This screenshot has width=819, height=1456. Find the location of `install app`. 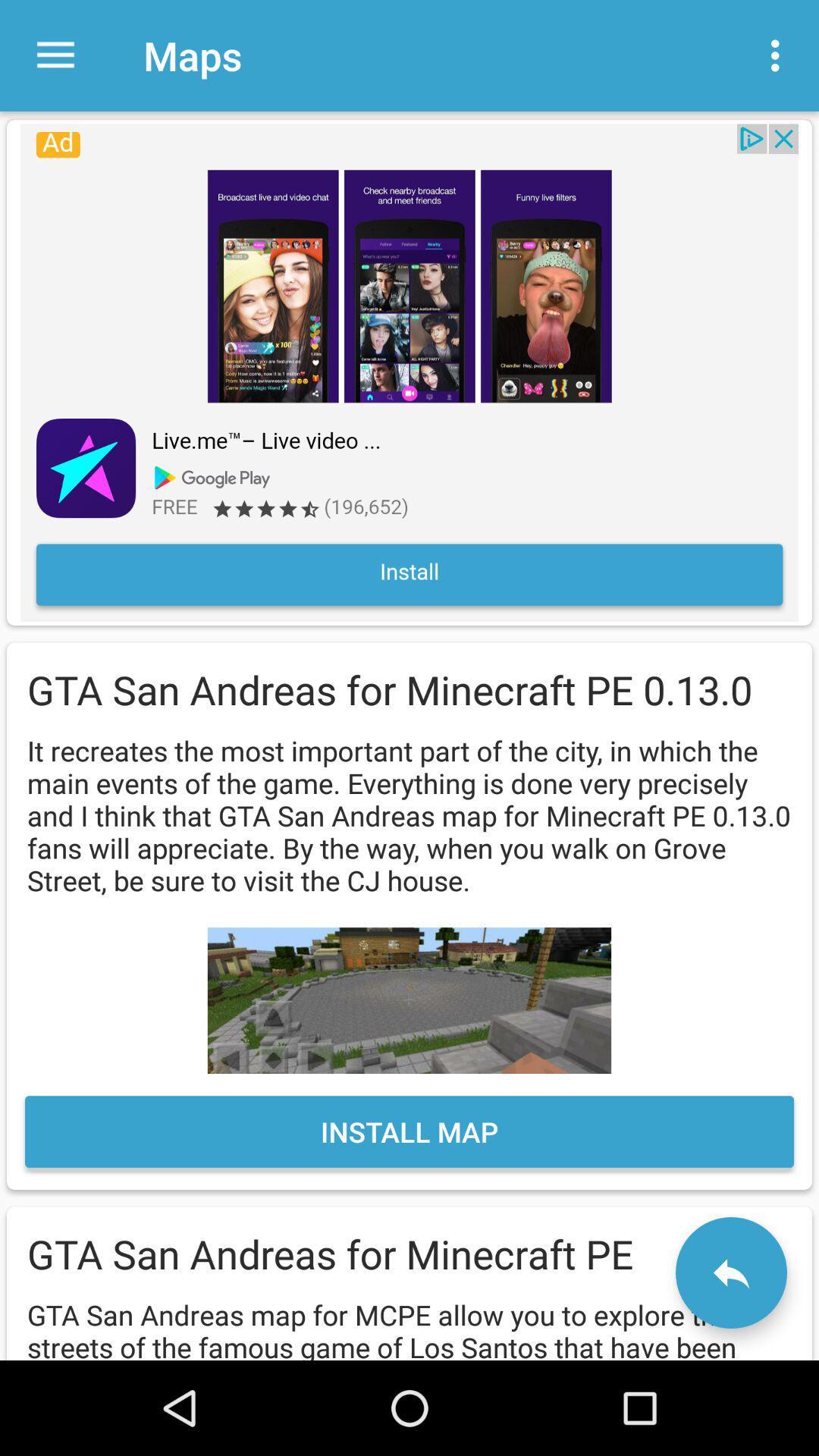

install app is located at coordinates (409, 372).